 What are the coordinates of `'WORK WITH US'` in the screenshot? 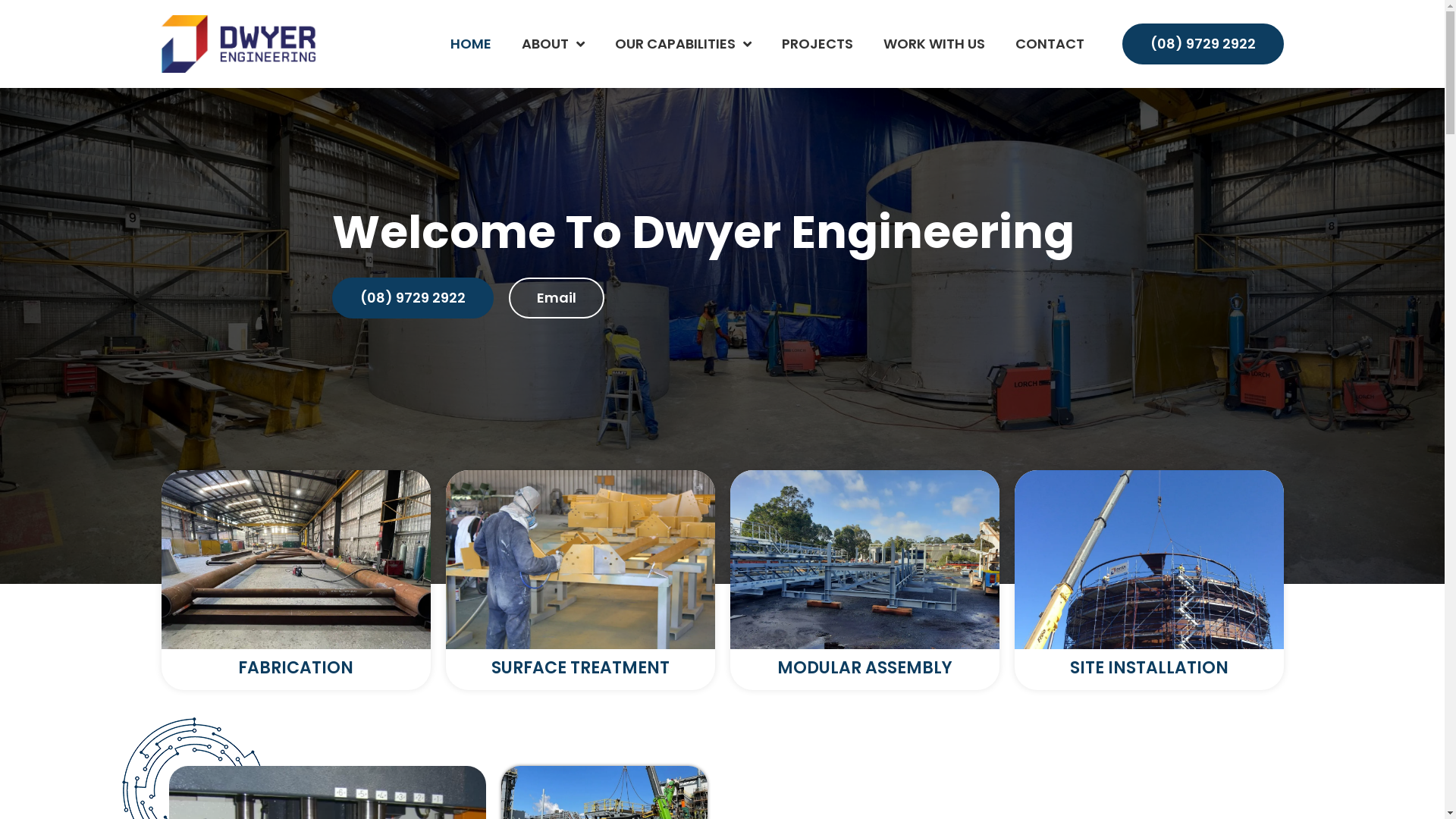 It's located at (932, 42).